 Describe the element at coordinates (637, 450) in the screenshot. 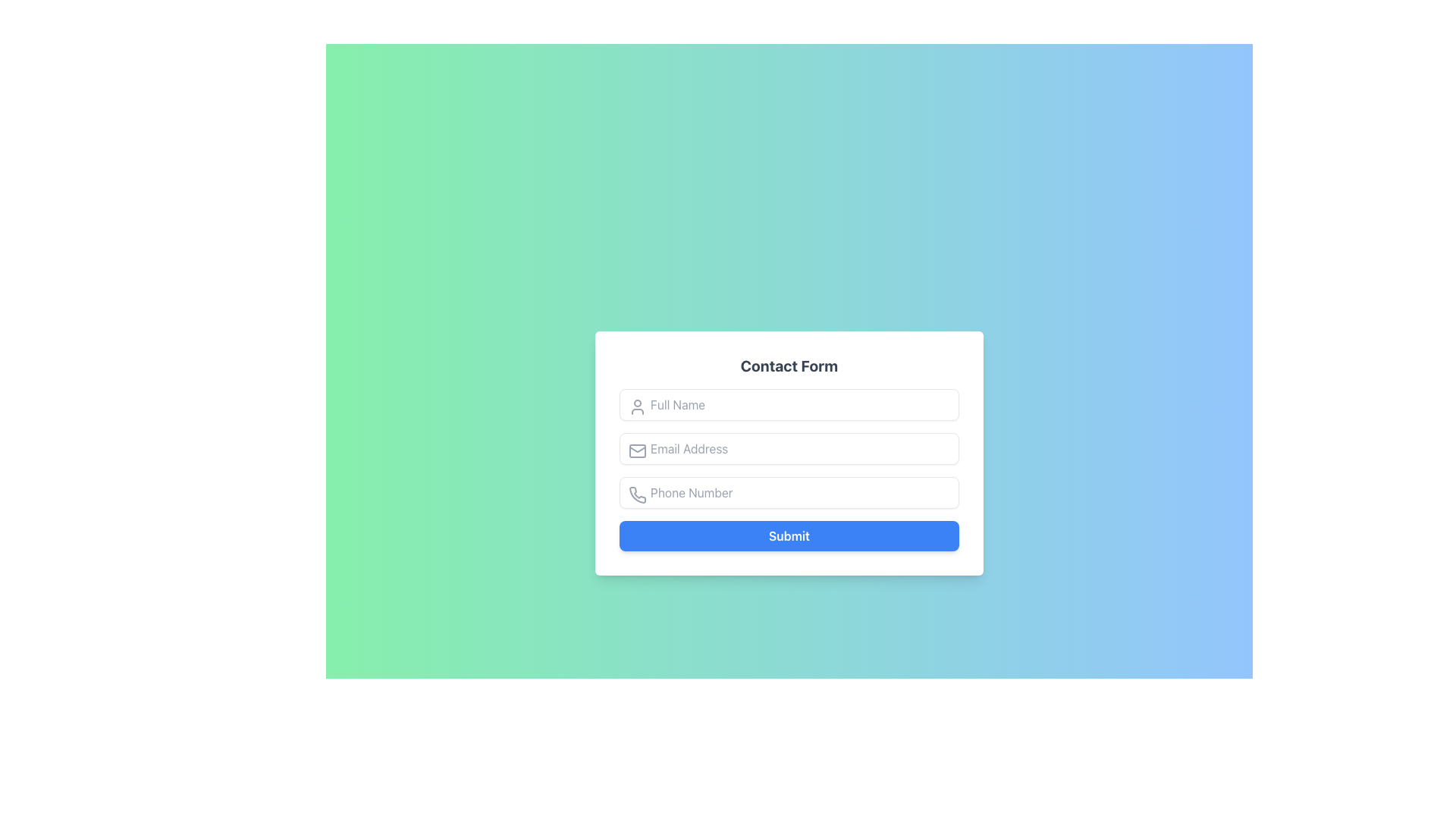

I see `the mail icon, which is a stylized envelope located at the left inner margin of the email input field` at that location.